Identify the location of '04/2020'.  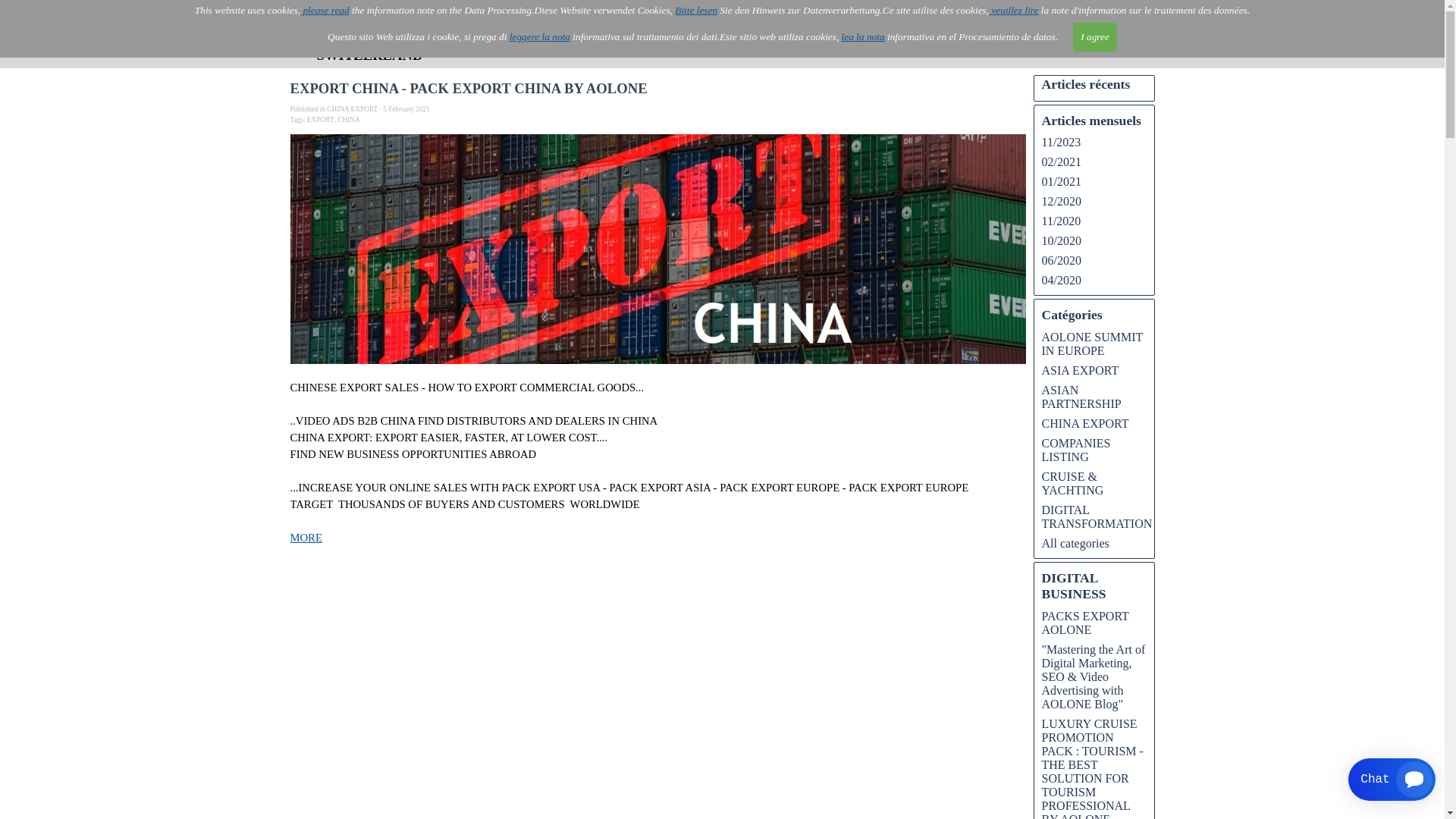
(1061, 280).